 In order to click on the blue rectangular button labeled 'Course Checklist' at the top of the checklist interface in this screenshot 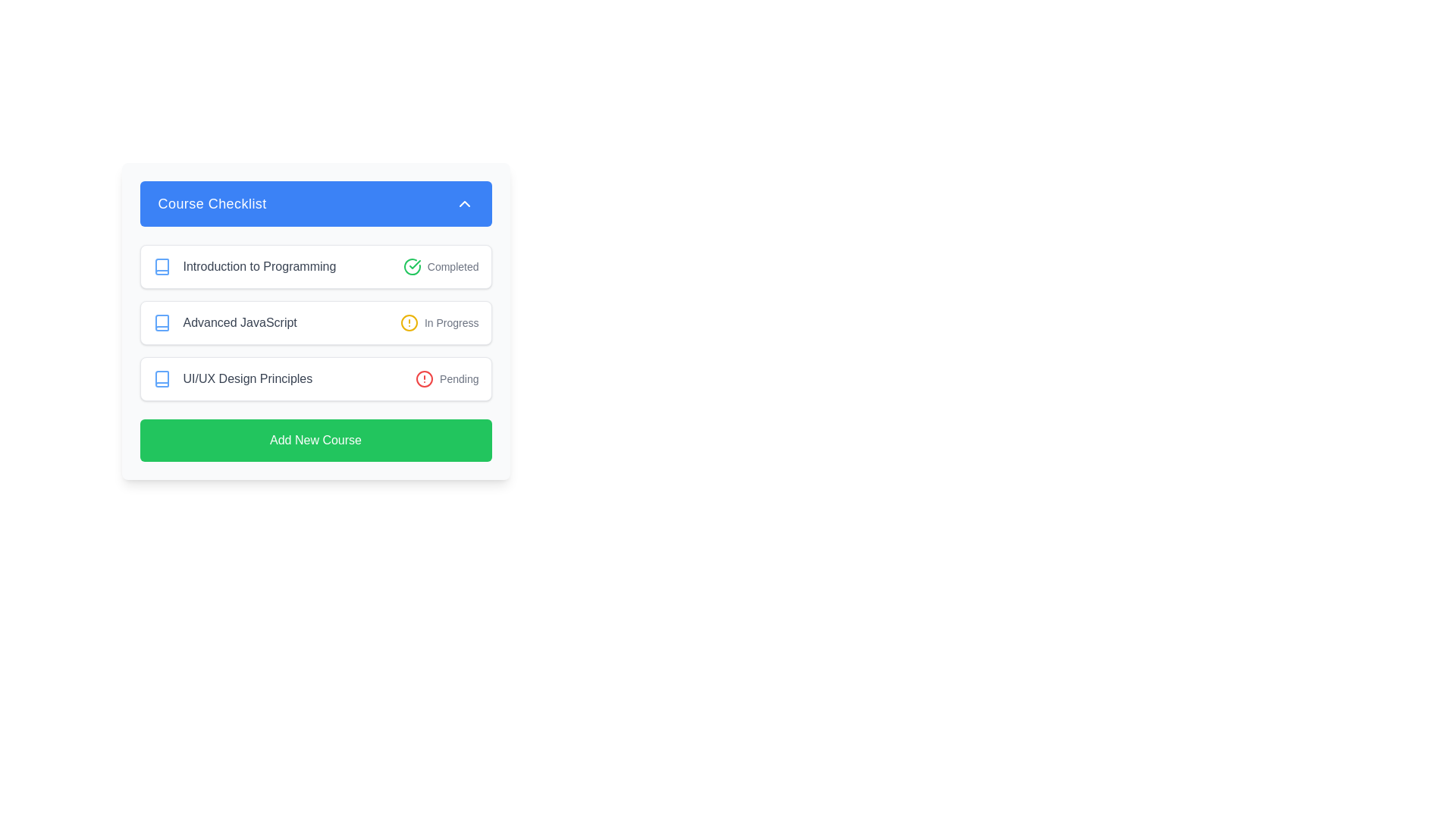, I will do `click(315, 203)`.